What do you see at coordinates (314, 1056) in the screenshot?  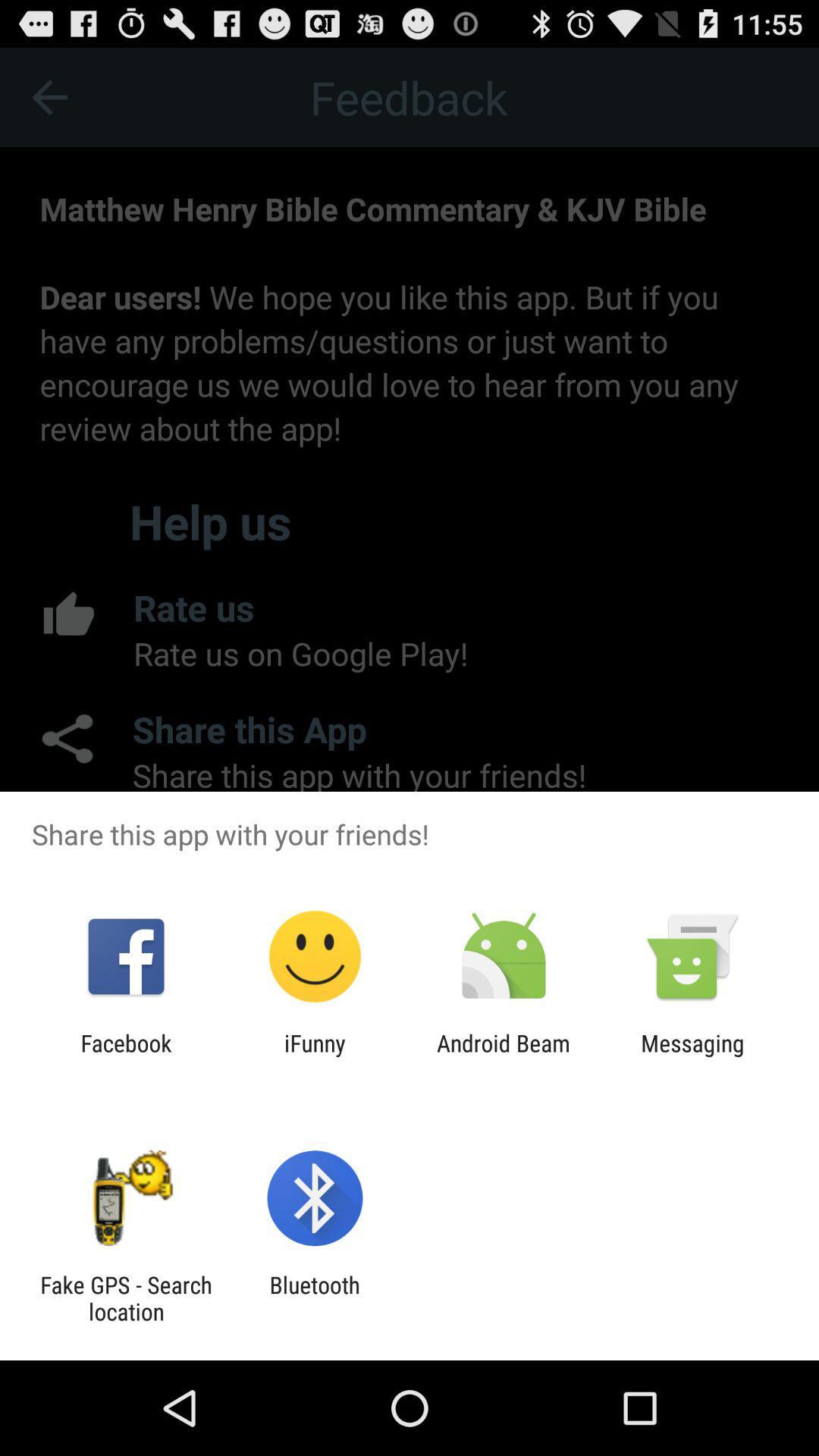 I see `app next to the facebook item` at bounding box center [314, 1056].